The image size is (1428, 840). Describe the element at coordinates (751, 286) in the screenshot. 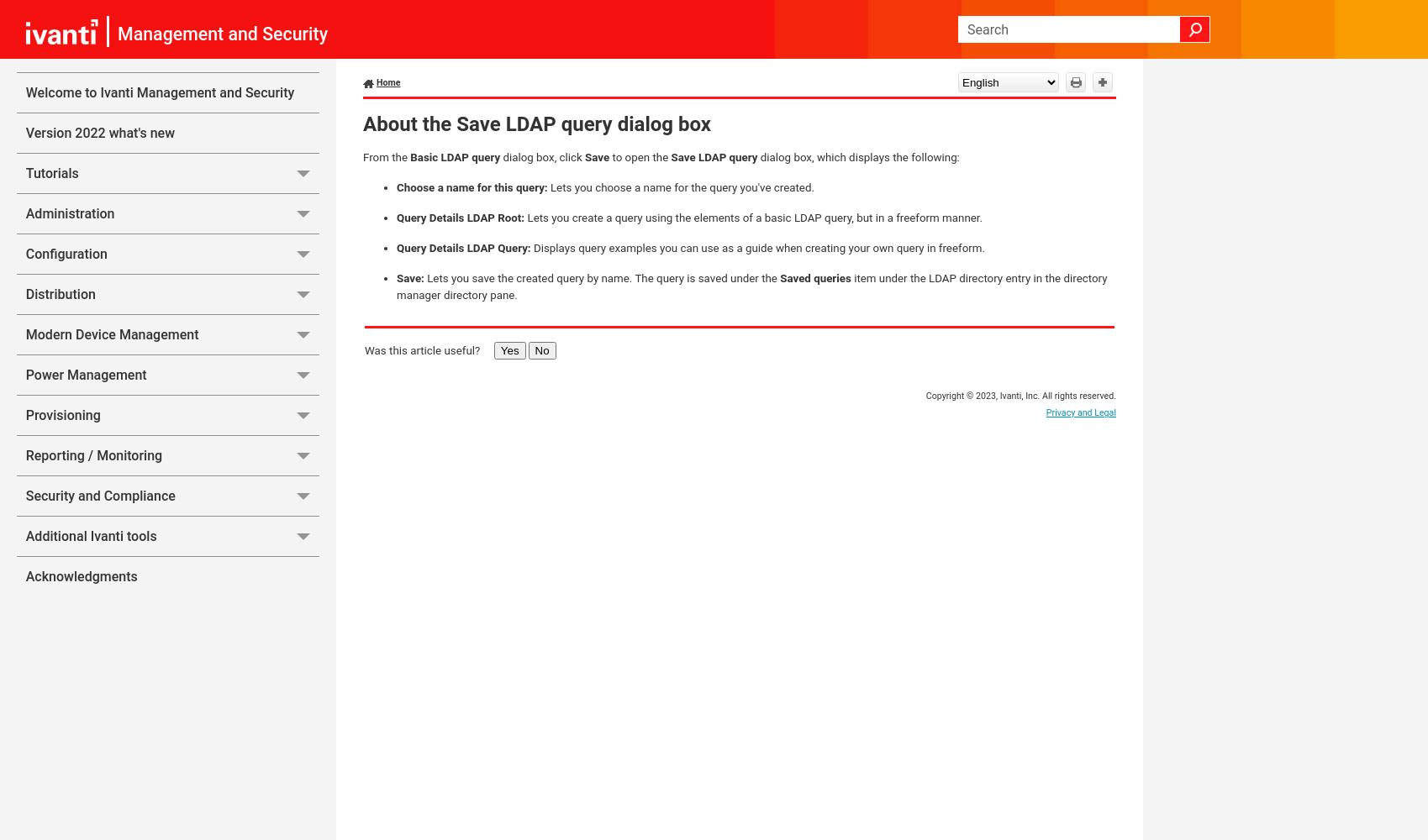

I see `'item under the LDAP directory entry in the directory manager directory pane.'` at that location.